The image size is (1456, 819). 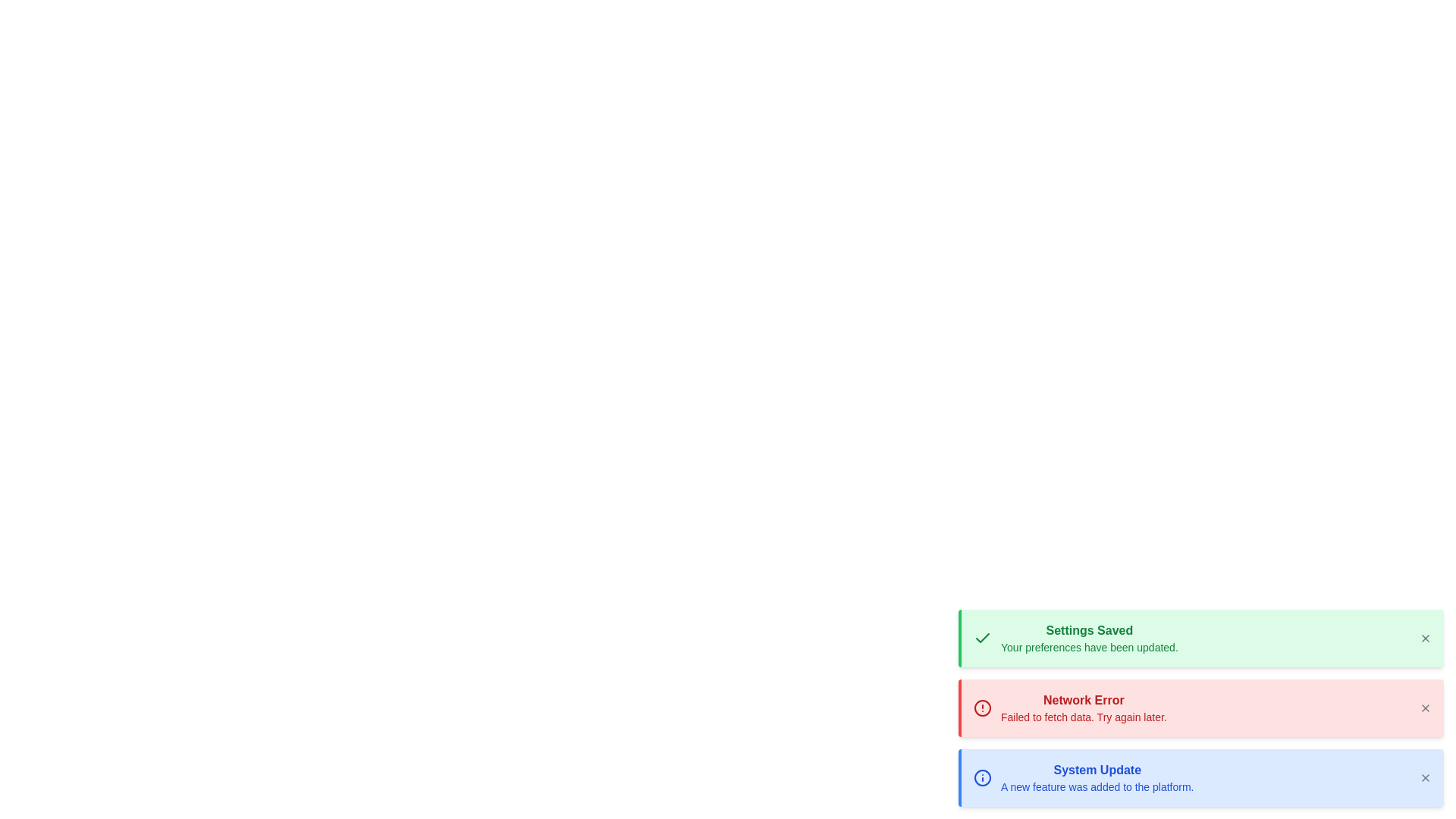 I want to click on the network error notification message located in the lower-right area of the interface, positioned between the 'Settings Saved' and 'System Update' notifications, so click(x=1083, y=708).